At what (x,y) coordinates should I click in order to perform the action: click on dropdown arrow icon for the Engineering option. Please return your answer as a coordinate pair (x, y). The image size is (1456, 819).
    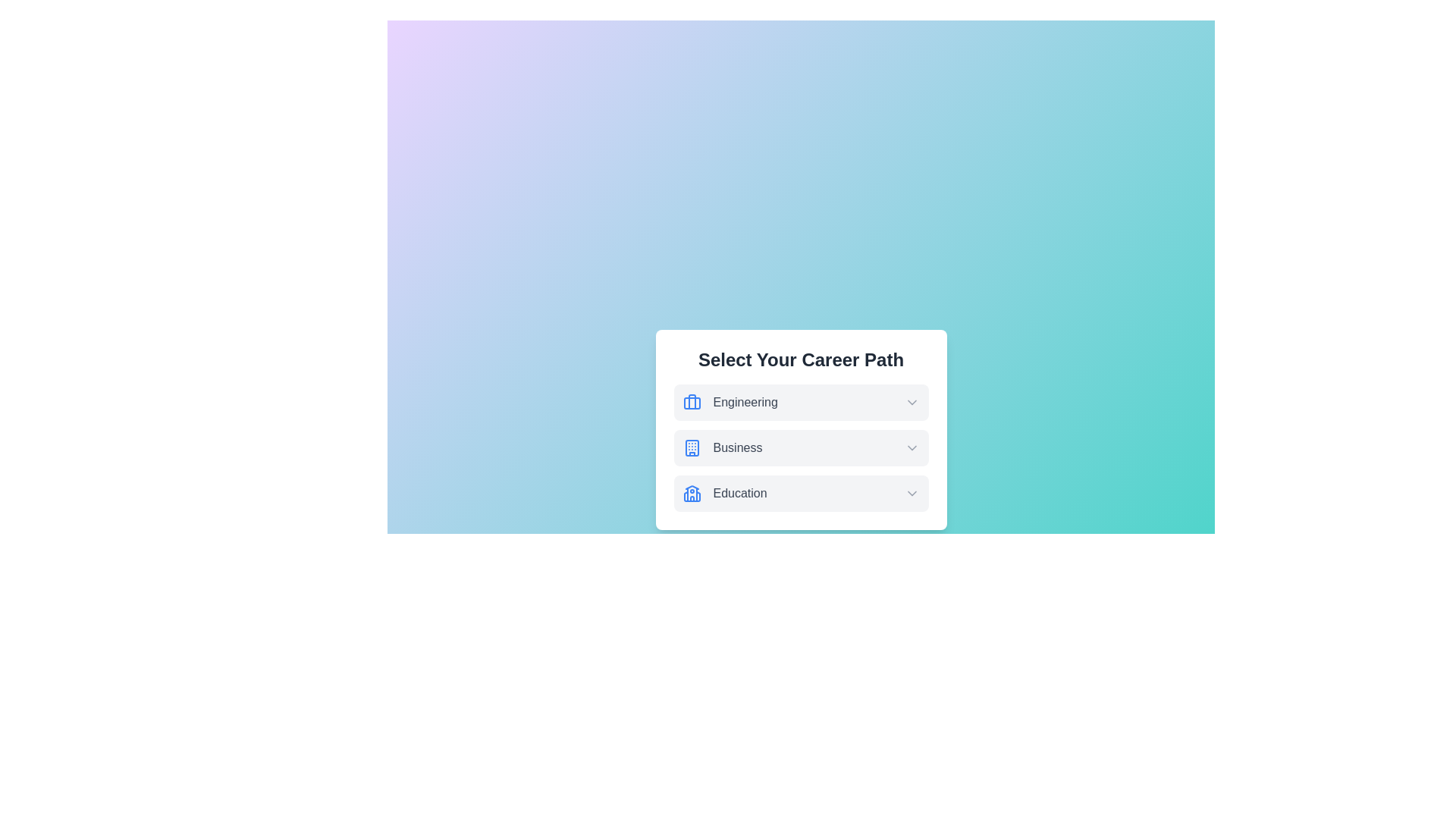
    Looking at the image, I should click on (911, 402).